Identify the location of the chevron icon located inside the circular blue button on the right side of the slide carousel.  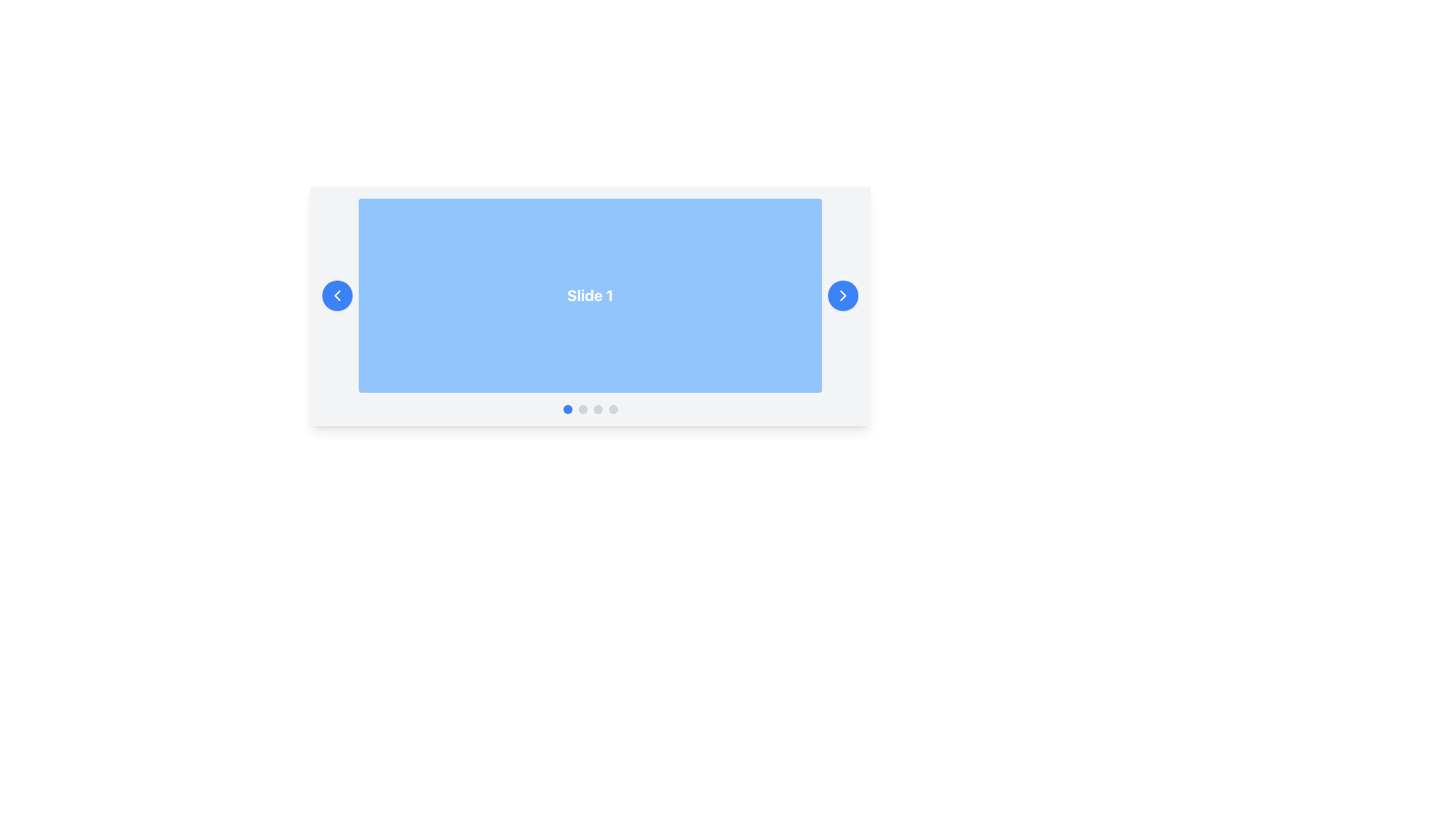
(843, 295).